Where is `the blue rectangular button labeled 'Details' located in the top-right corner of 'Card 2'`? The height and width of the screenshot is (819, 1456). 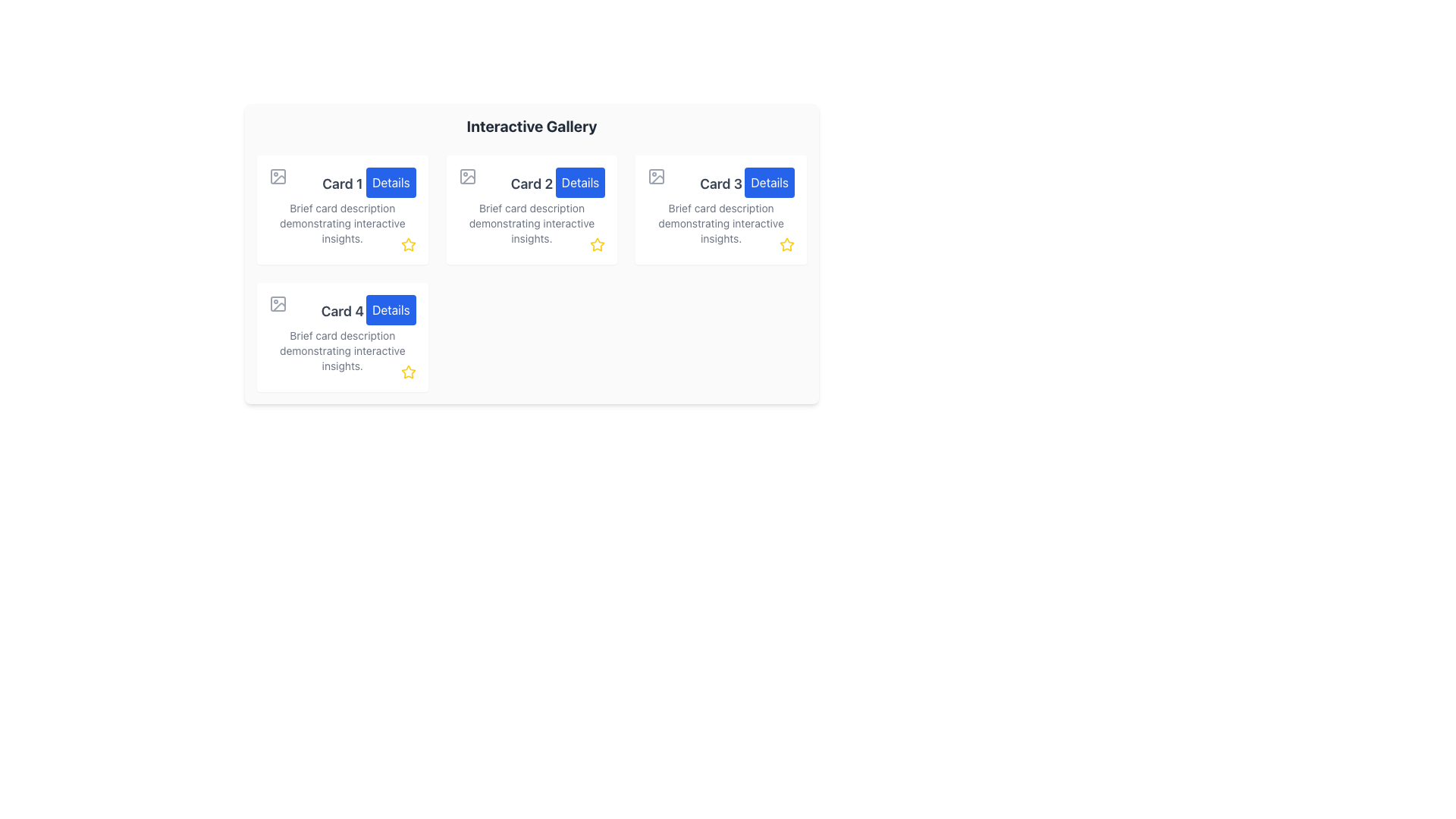
the blue rectangular button labeled 'Details' located in the top-right corner of 'Card 2' is located at coordinates (579, 181).